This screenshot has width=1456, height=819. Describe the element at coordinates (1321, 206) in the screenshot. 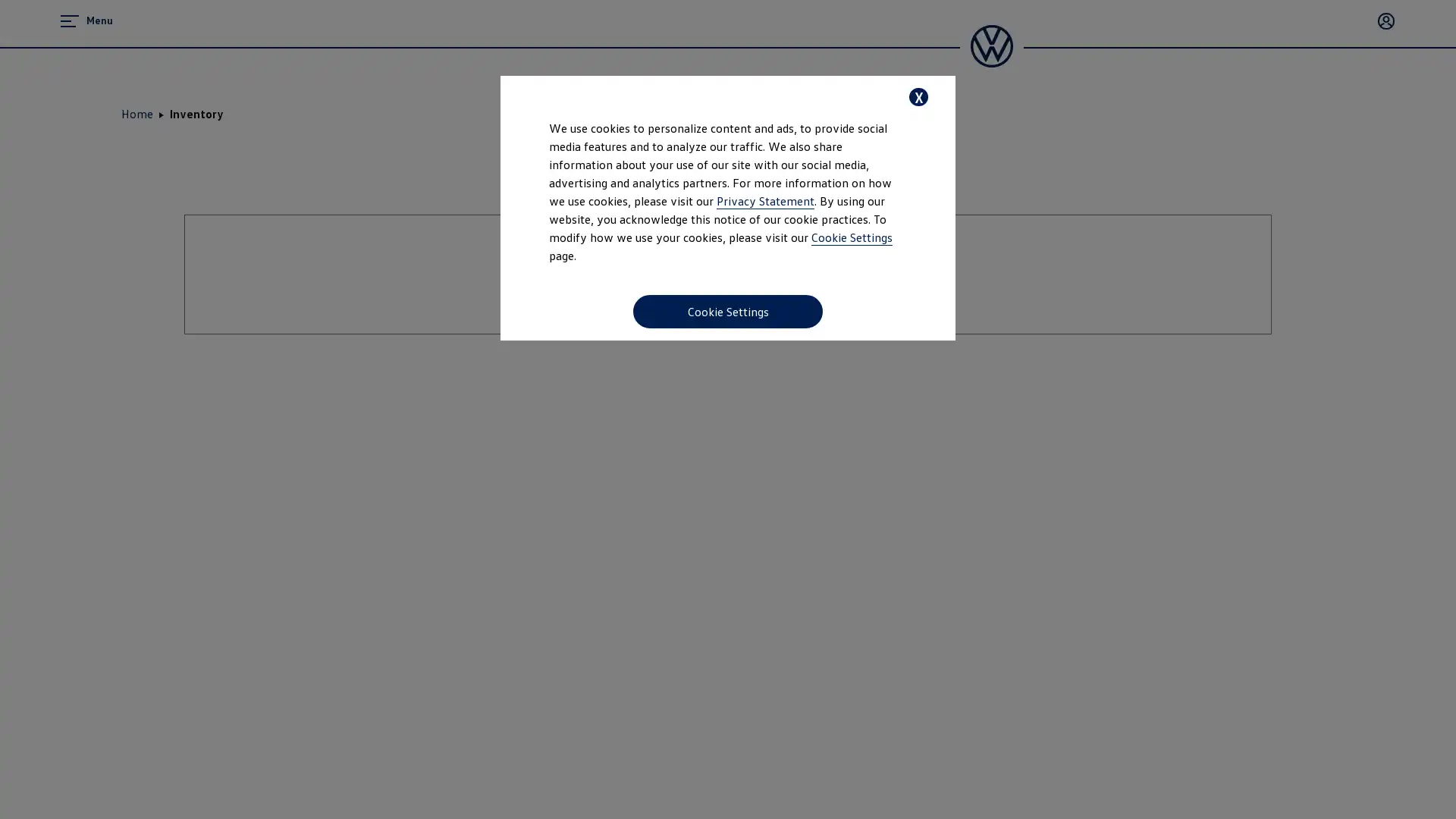

I see `95141` at that location.